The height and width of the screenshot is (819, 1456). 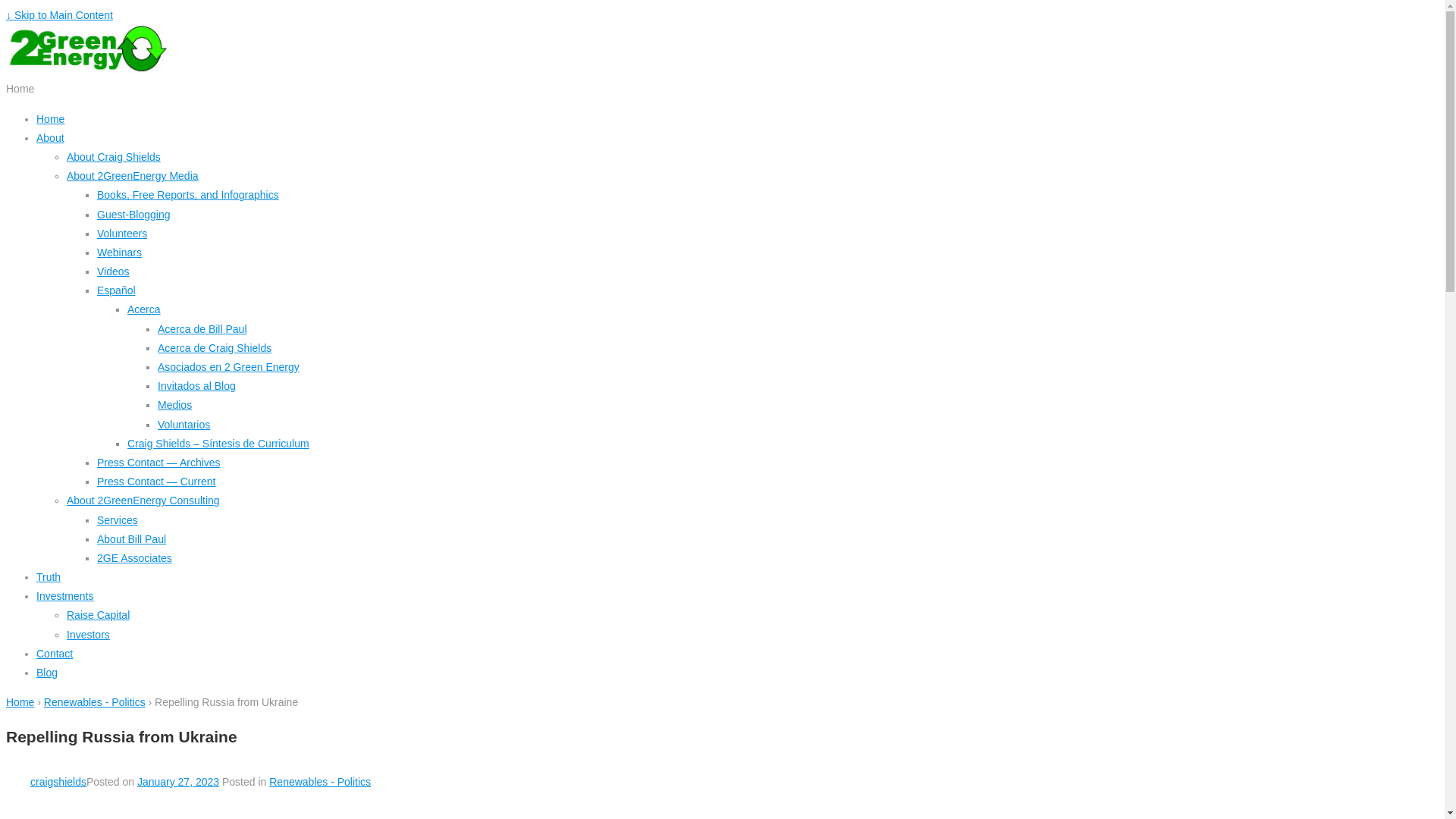 I want to click on 'Services', so click(x=116, y=519).